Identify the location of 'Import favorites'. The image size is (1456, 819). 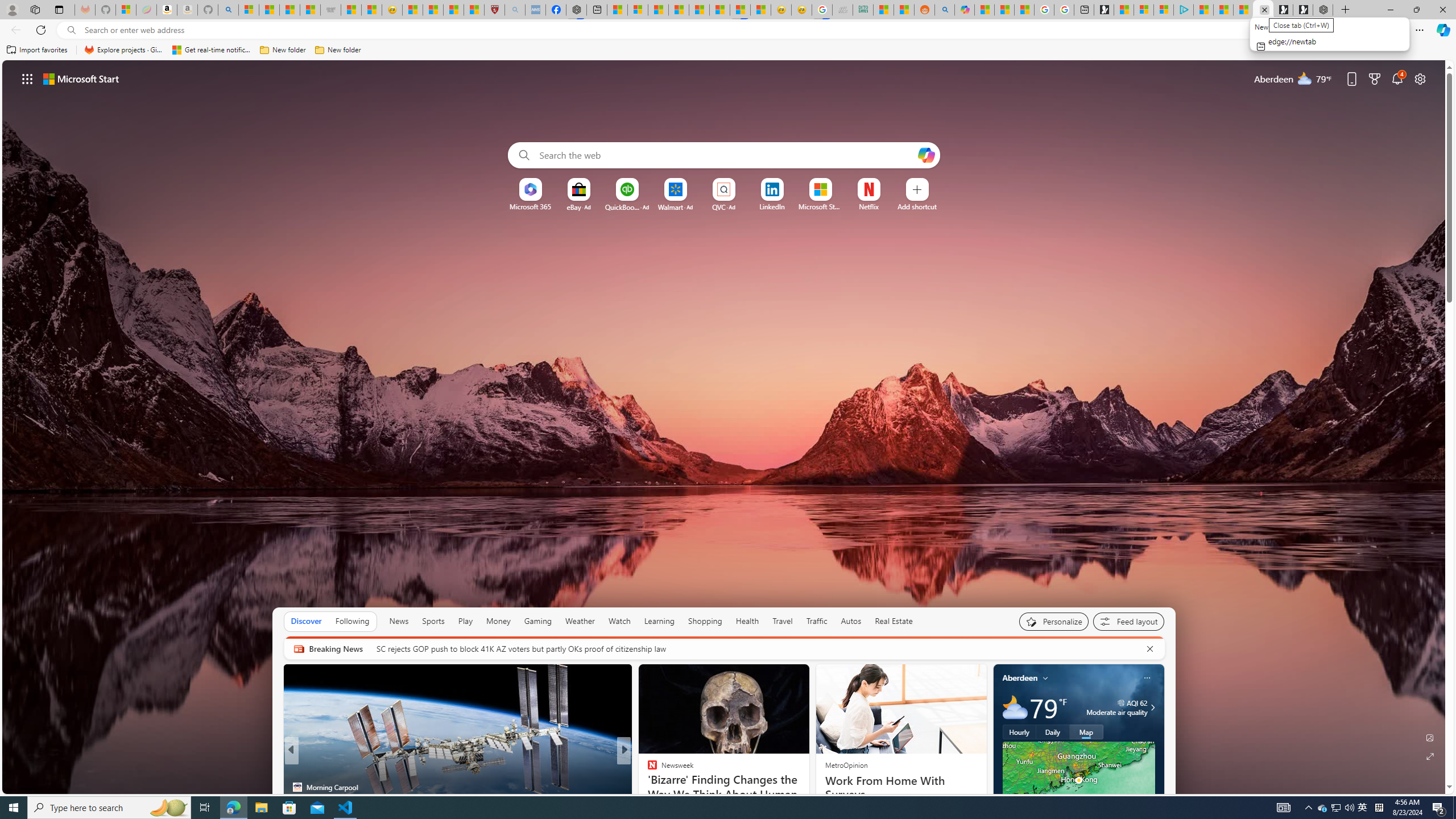
(37, 49).